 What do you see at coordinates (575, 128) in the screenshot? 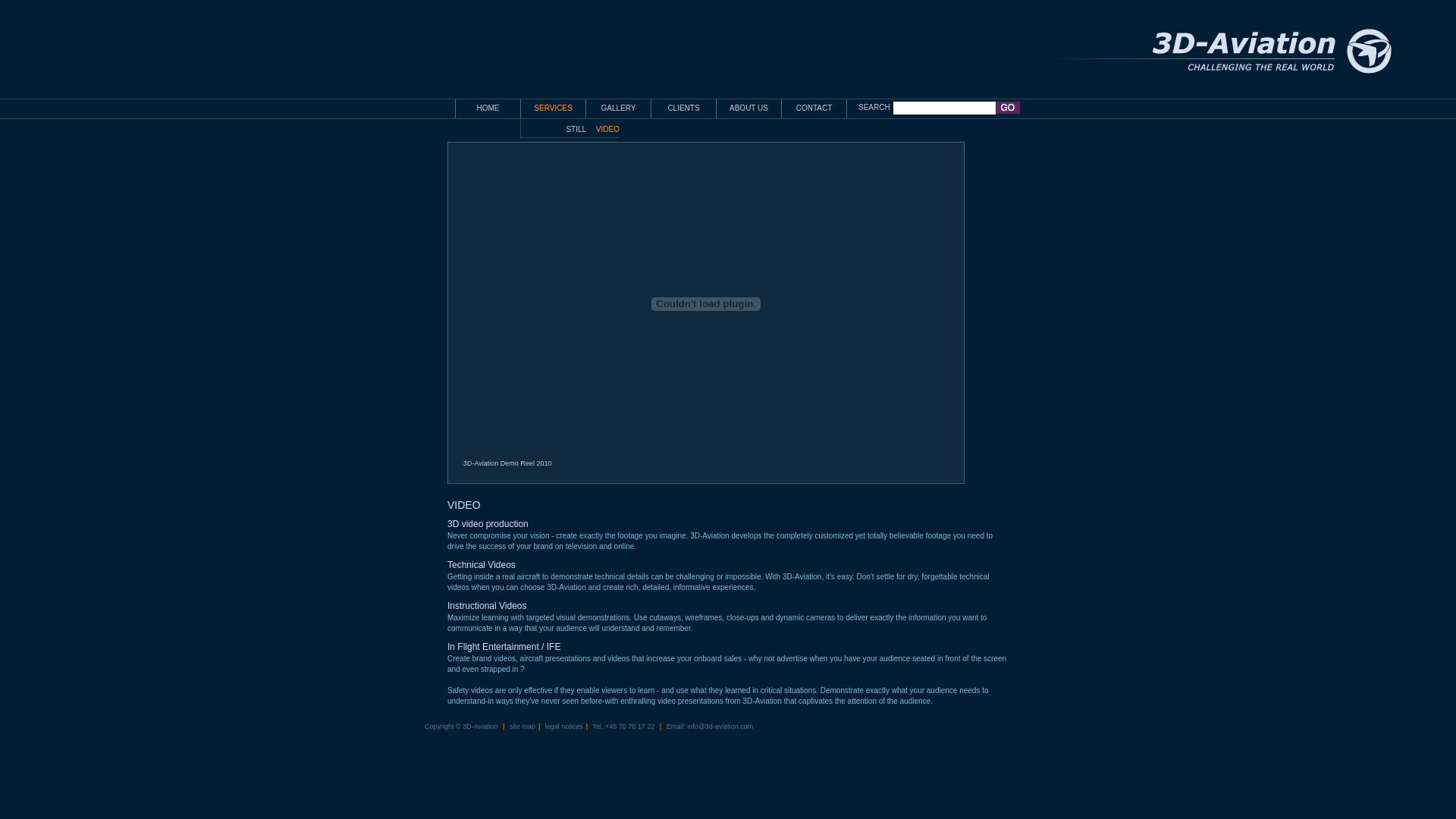
I see `'STILL'` at bounding box center [575, 128].